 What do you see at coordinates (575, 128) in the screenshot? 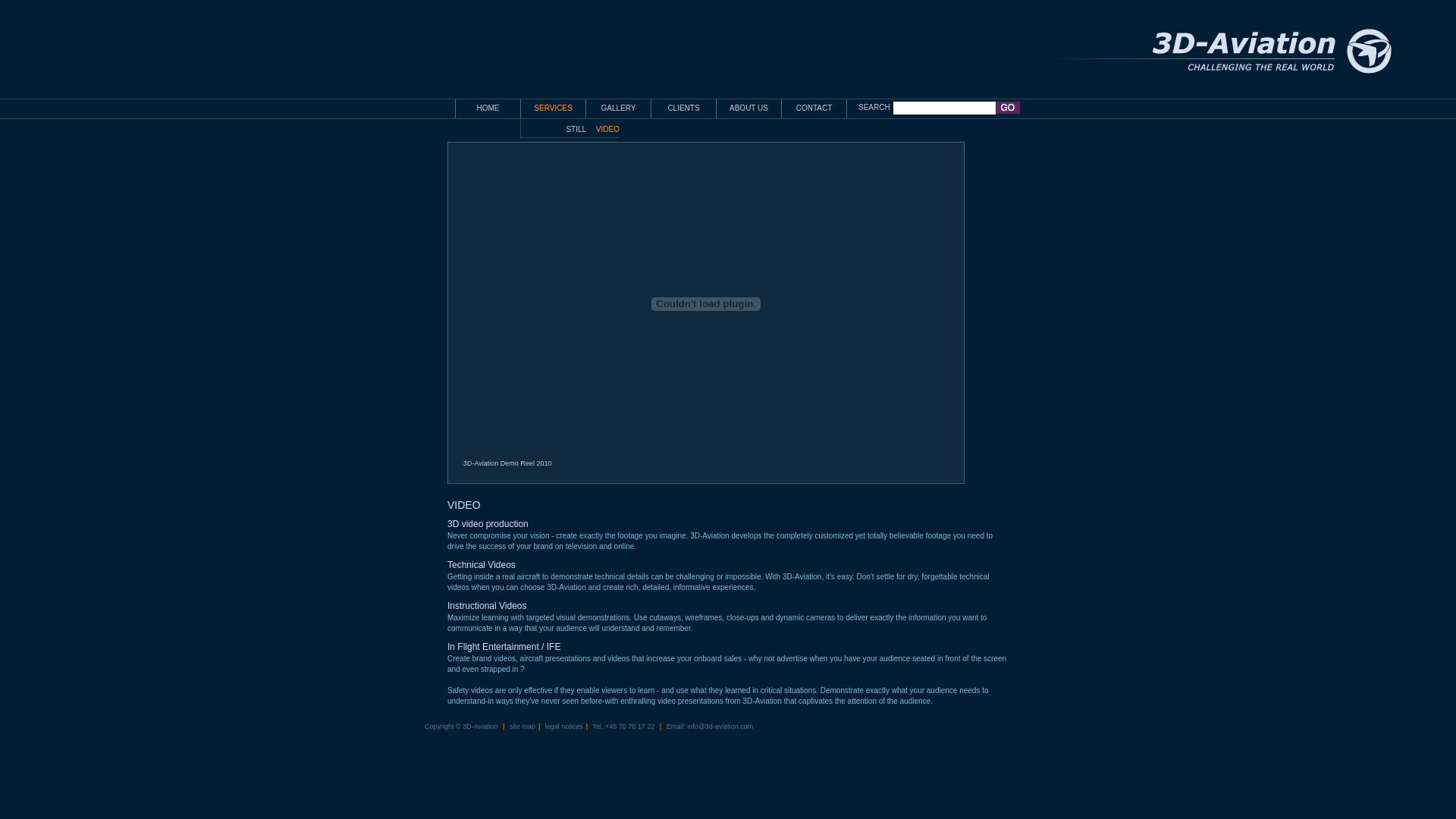
I see `'STILL'` at bounding box center [575, 128].